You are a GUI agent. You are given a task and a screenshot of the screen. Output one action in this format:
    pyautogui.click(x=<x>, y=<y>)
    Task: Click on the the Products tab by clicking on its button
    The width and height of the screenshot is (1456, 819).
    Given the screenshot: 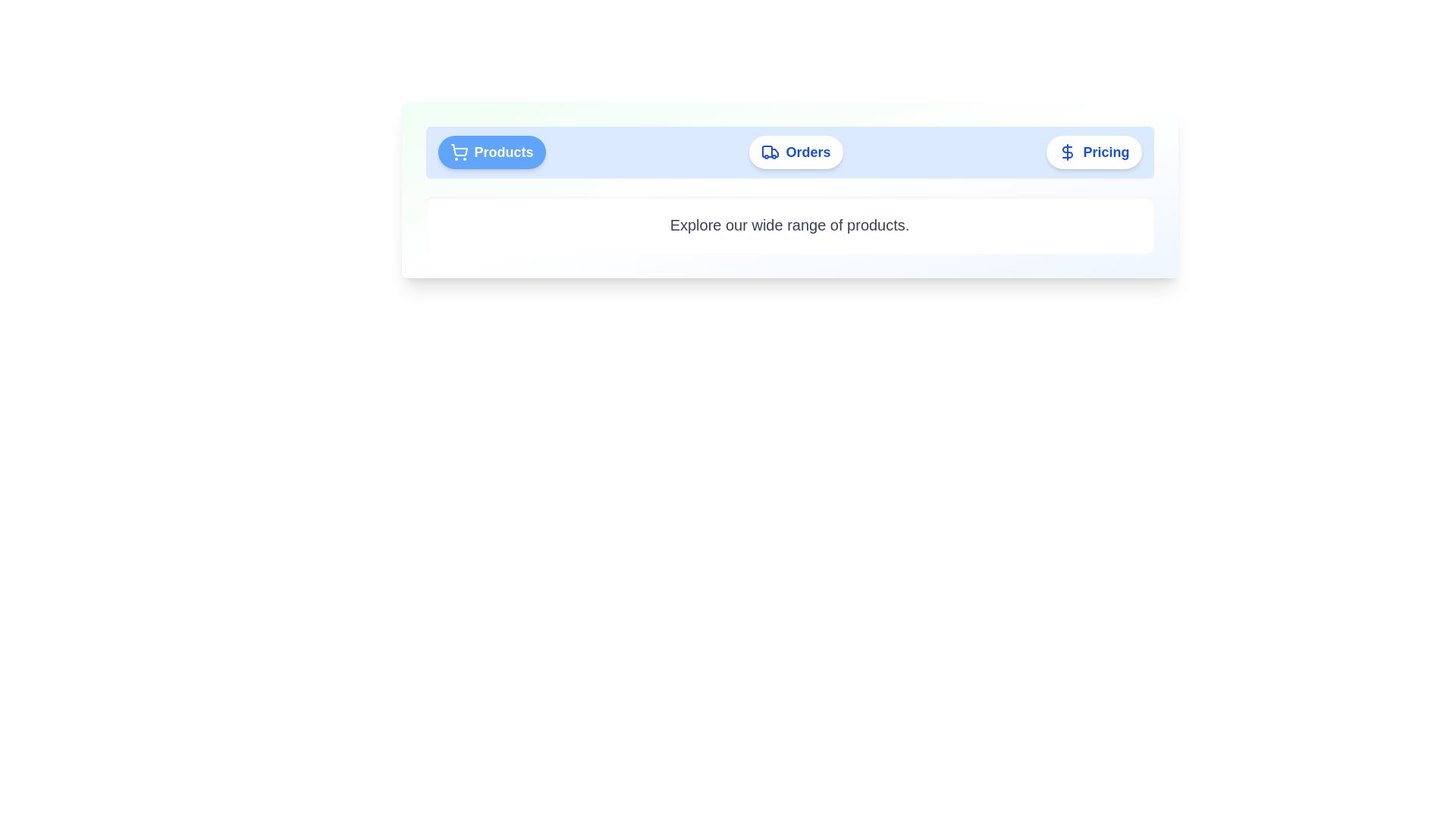 What is the action you would take?
    pyautogui.click(x=491, y=152)
    